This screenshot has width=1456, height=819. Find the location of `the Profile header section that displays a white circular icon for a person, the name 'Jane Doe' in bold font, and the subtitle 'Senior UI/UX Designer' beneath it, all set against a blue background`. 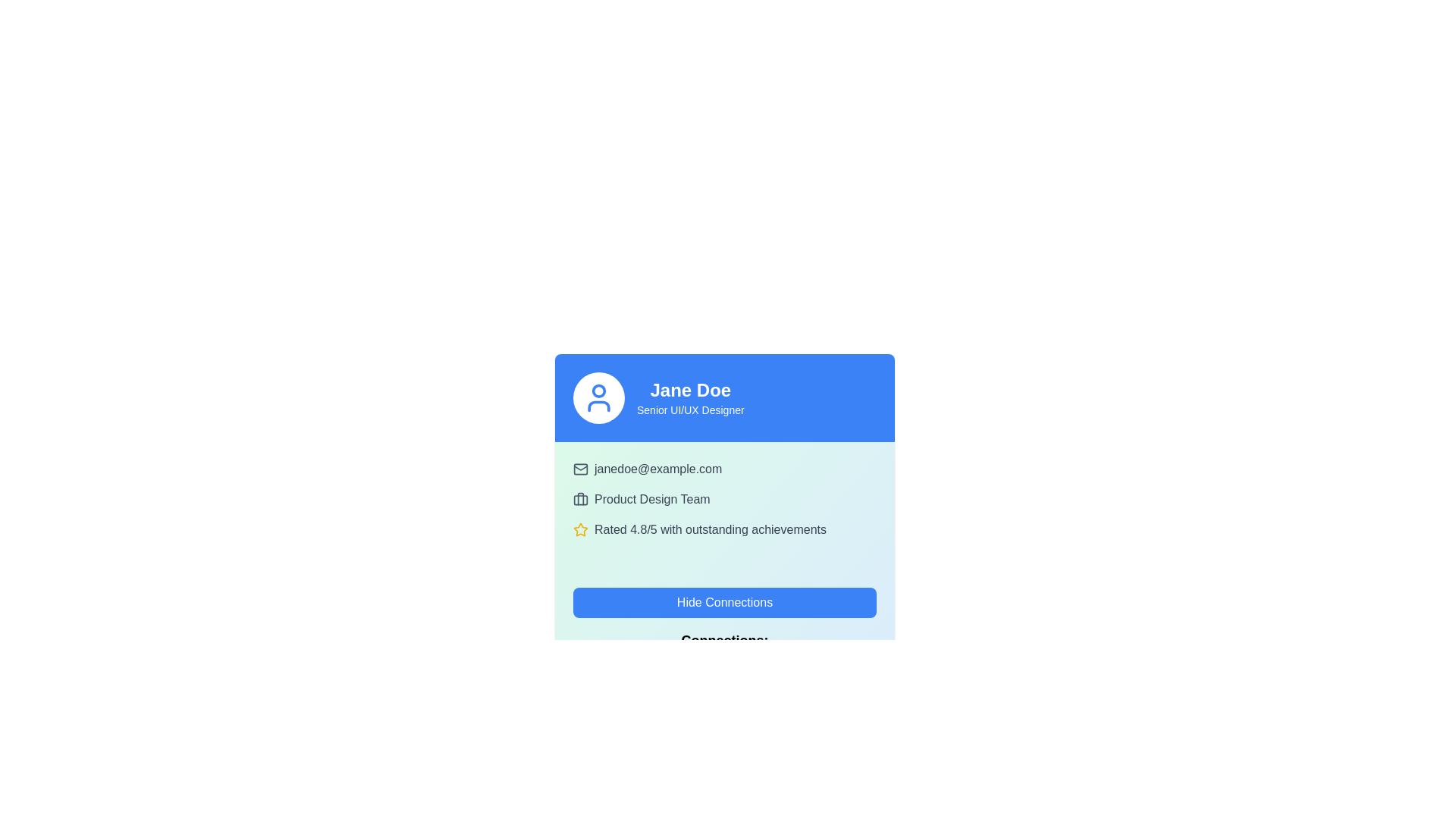

the Profile header section that displays a white circular icon for a person, the name 'Jane Doe' in bold font, and the subtitle 'Senior UI/UX Designer' beneath it, all set against a blue background is located at coordinates (723, 397).